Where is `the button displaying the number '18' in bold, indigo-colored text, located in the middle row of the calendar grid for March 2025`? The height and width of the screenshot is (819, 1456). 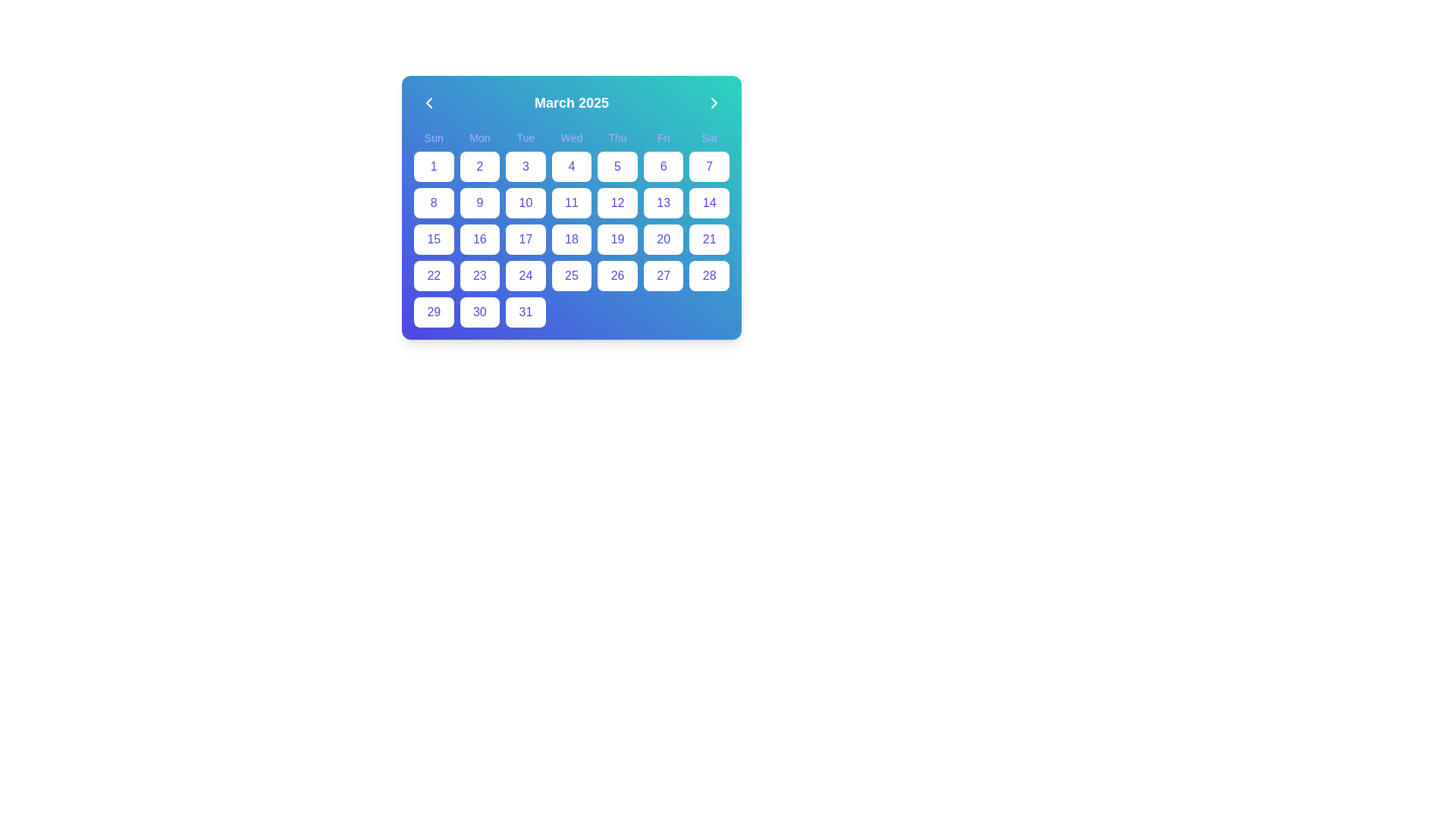
the button displaying the number '18' in bold, indigo-colored text, located in the middle row of the calendar grid for March 2025 is located at coordinates (570, 239).